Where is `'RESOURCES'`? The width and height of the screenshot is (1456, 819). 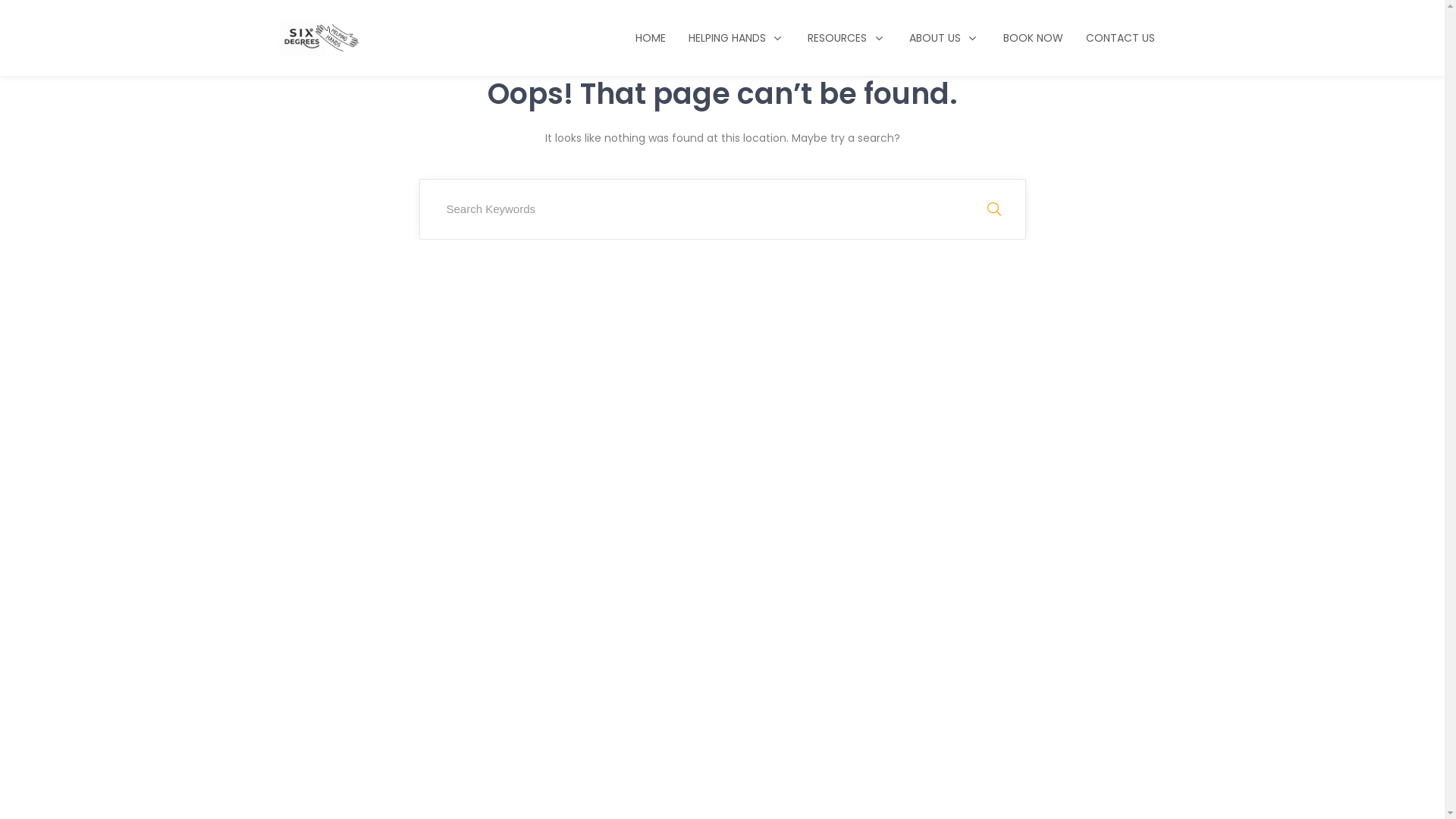
'RESOURCES' is located at coordinates (846, 37).